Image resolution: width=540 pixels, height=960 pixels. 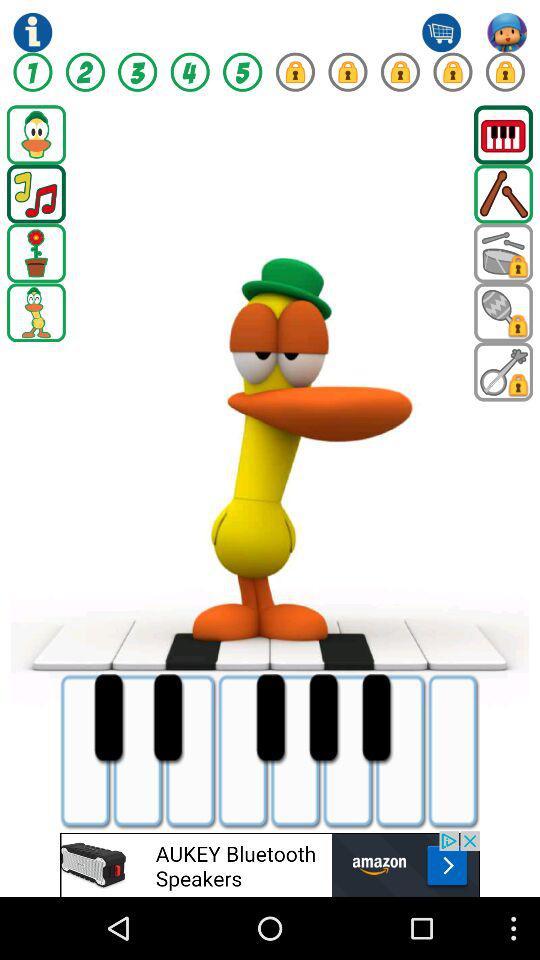 I want to click on lock button, so click(x=400, y=72).